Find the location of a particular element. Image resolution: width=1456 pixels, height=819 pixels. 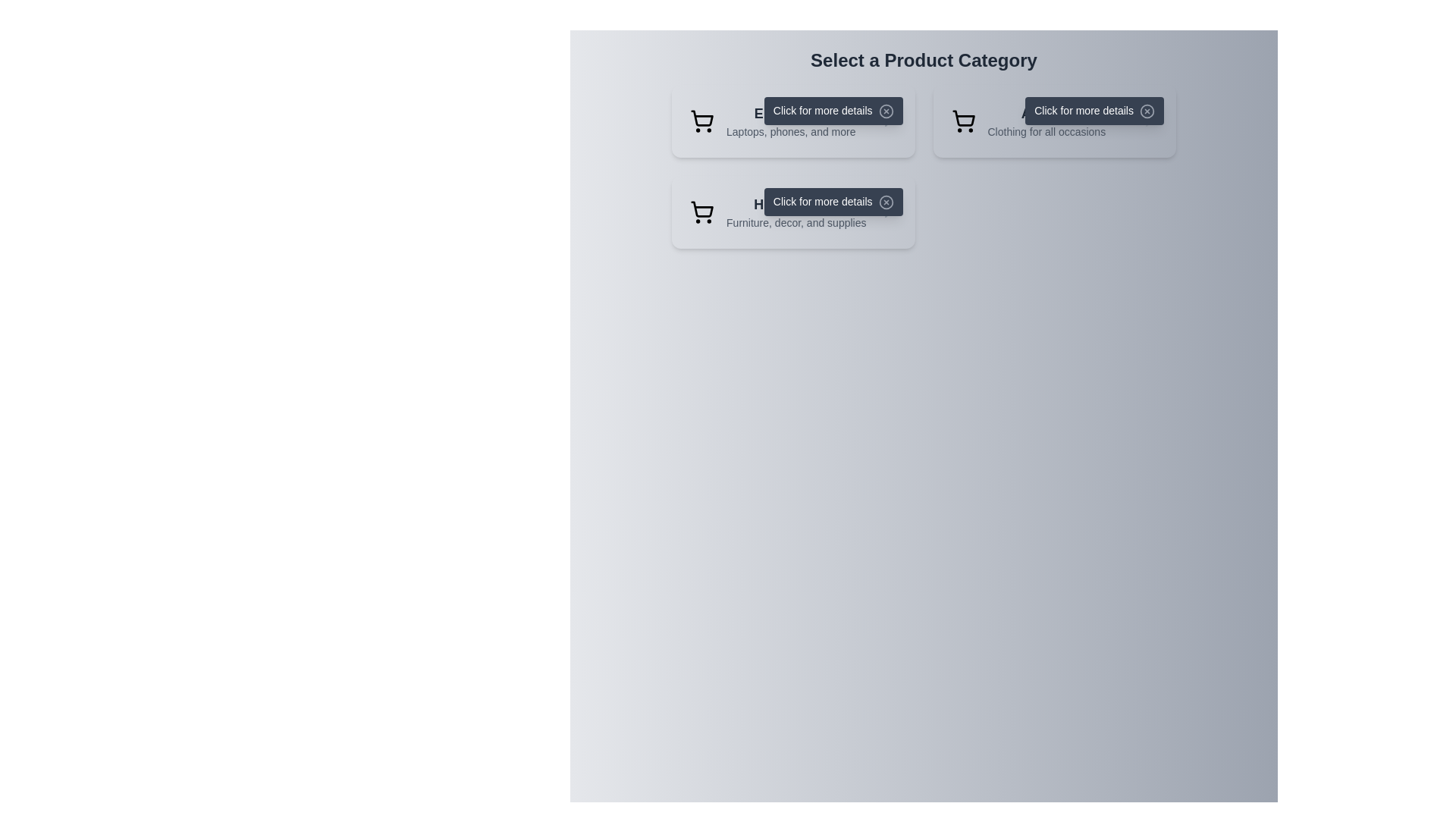

the descriptive subtitle for the 'Electronics' category, which provides further details about the contents of this category is located at coordinates (790, 130).